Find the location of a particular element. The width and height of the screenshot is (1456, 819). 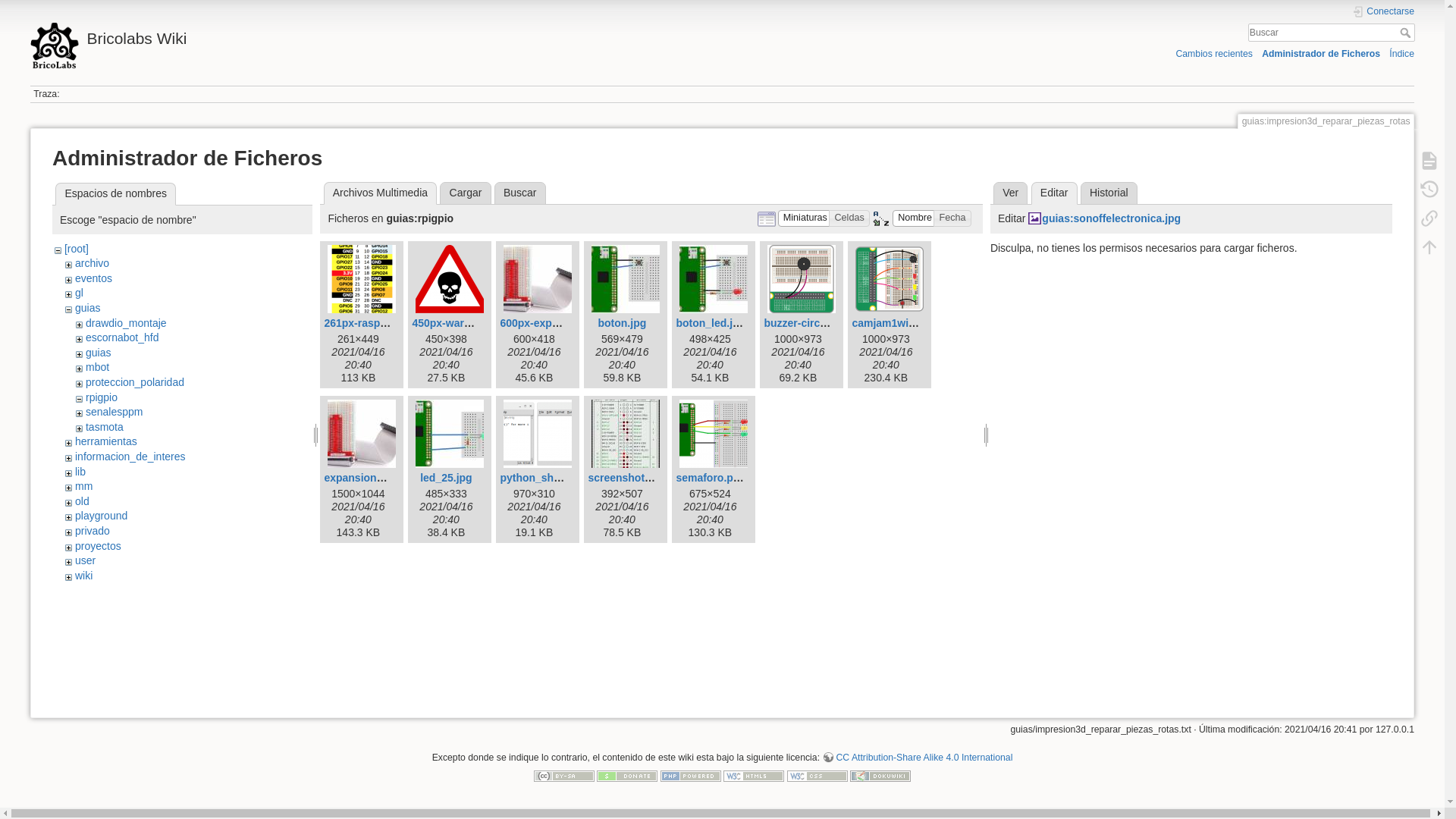

'261px-raspipinout.png' is located at coordinates (381, 322).